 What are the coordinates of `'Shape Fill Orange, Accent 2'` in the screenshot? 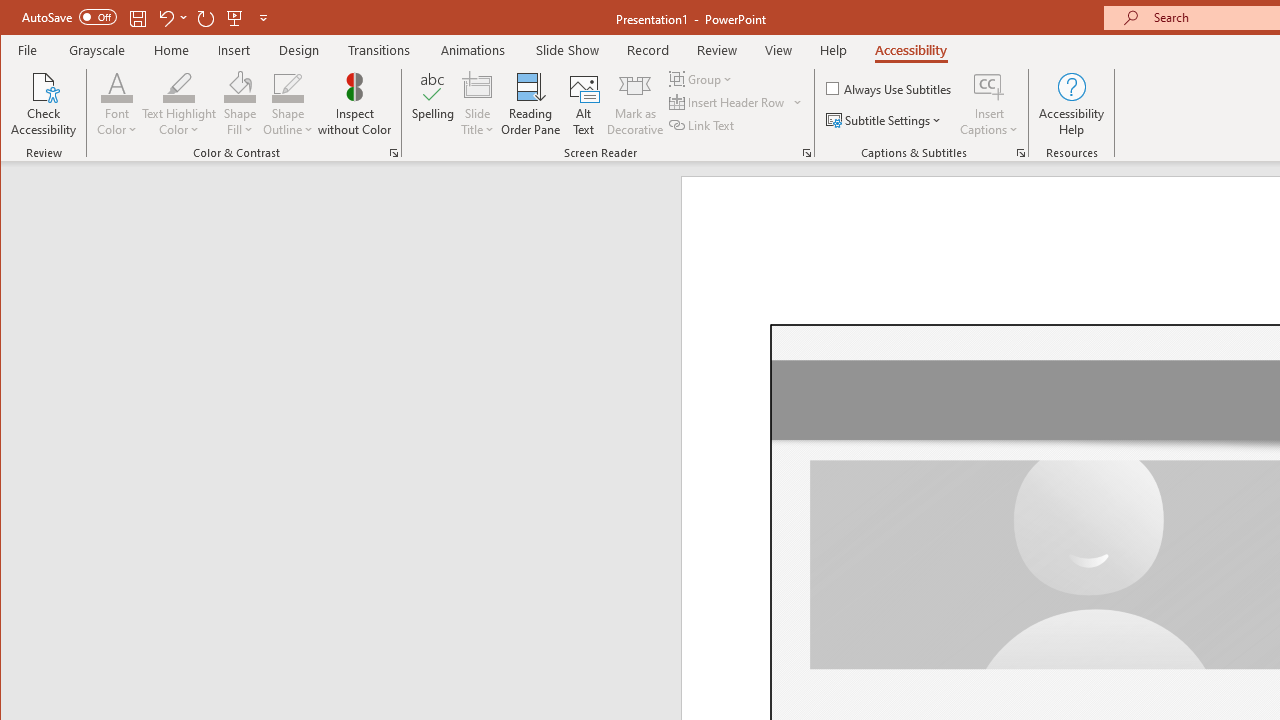 It's located at (240, 85).